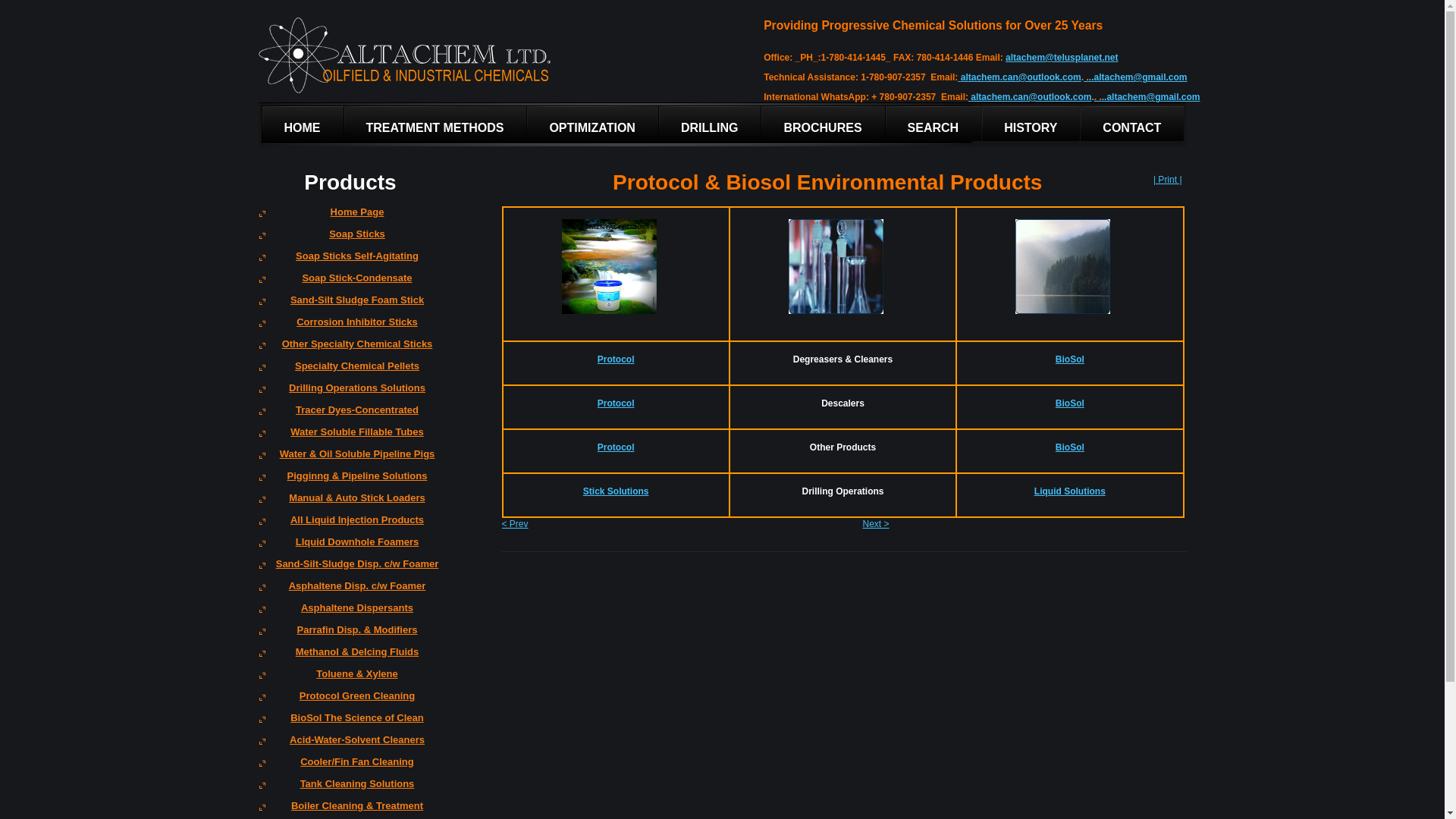 Image resolution: width=1456 pixels, height=819 pixels. What do you see at coordinates (350, 305) in the screenshot?
I see `'Sand-Silt Sludge Foam Stick'` at bounding box center [350, 305].